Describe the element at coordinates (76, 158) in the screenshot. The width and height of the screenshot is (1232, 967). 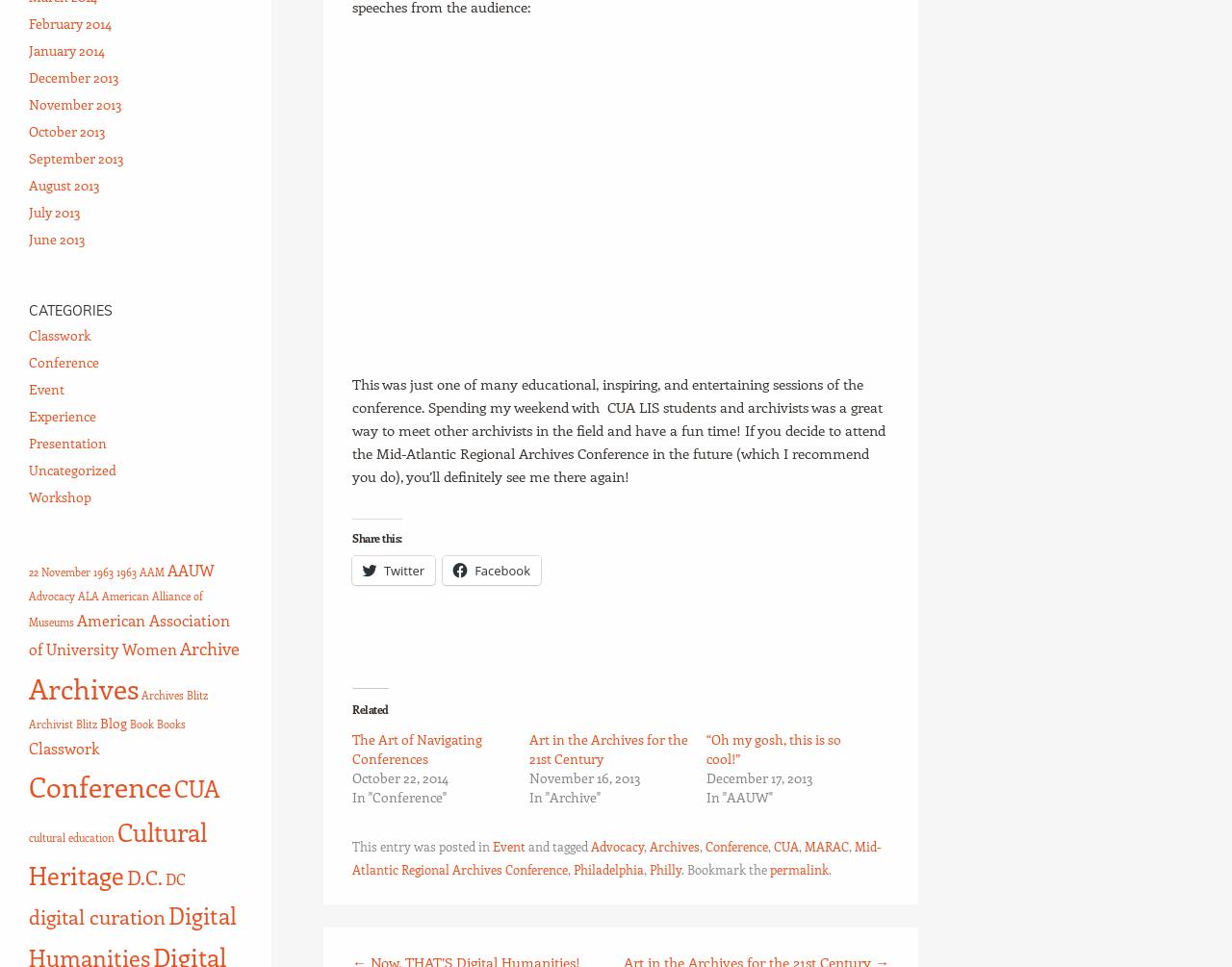
I see `'September 2013'` at that location.